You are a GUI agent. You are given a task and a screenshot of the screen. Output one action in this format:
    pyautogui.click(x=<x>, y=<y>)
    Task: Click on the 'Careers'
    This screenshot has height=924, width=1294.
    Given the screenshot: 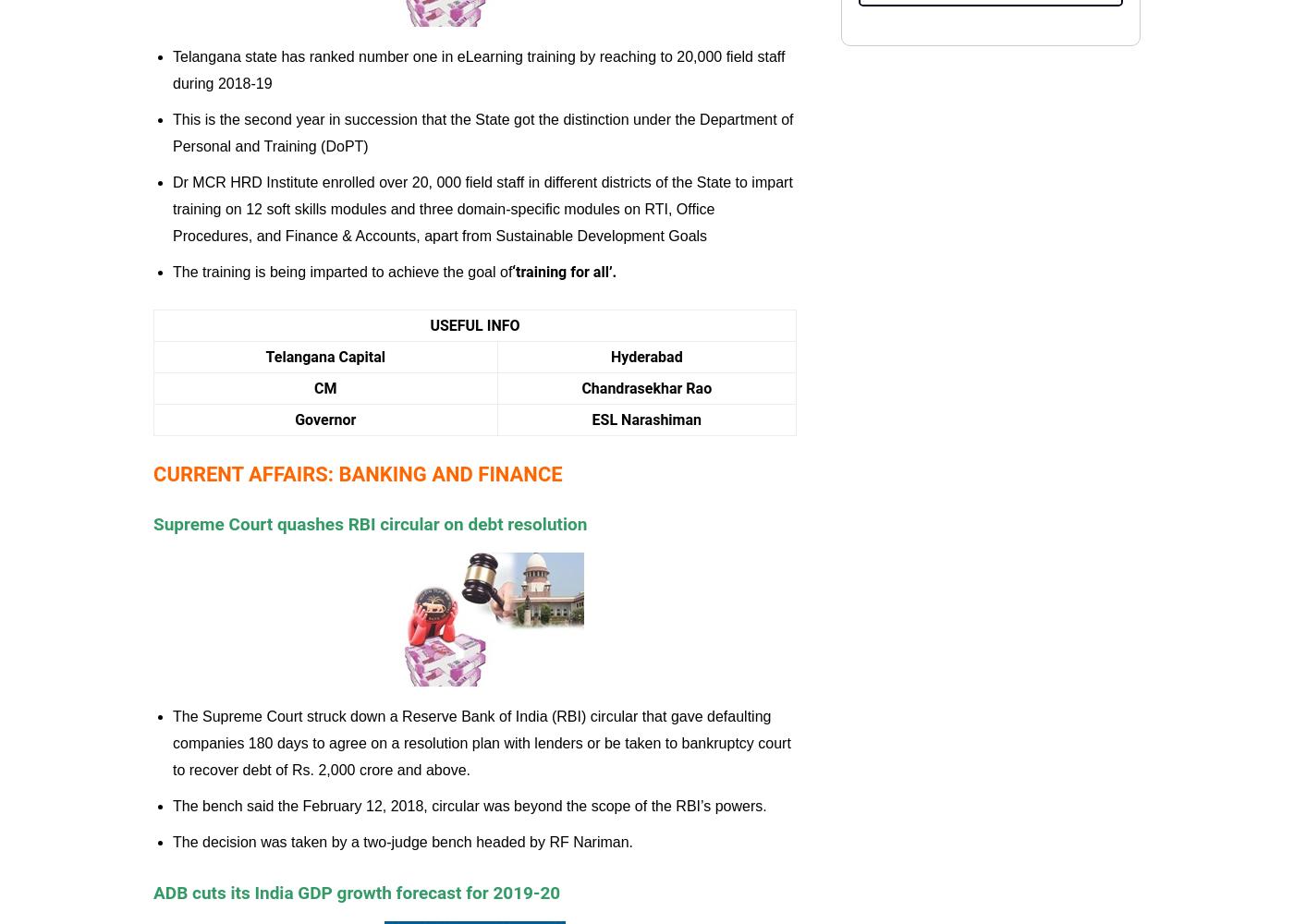 What is the action you would take?
    pyautogui.click(x=437, y=111)
    